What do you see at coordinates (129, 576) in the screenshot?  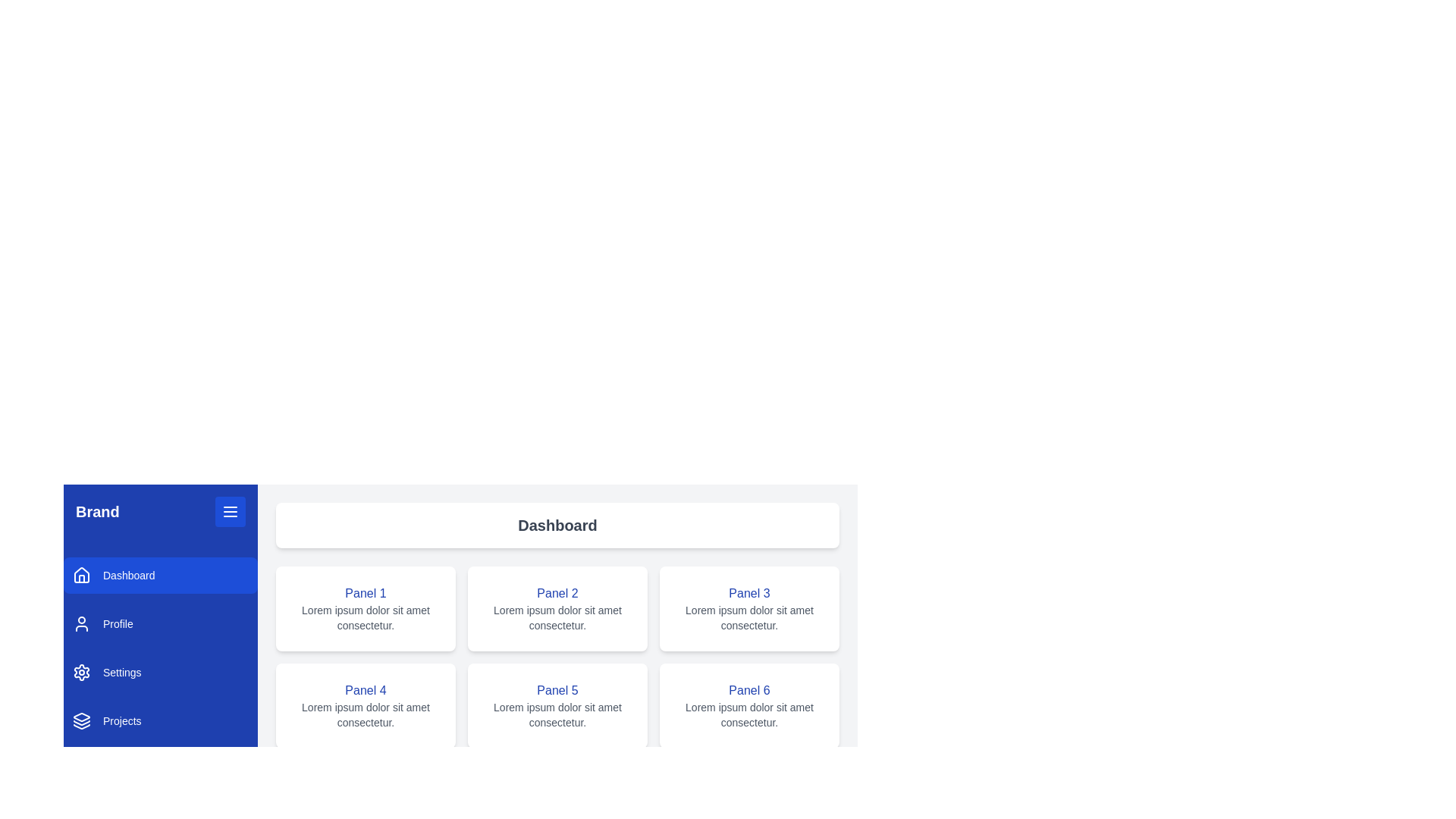 I see `the 'Dashboard' button which contains the text label 'Dashboard' styled in white on a blue background, located in the left vertical navigation bar` at bounding box center [129, 576].